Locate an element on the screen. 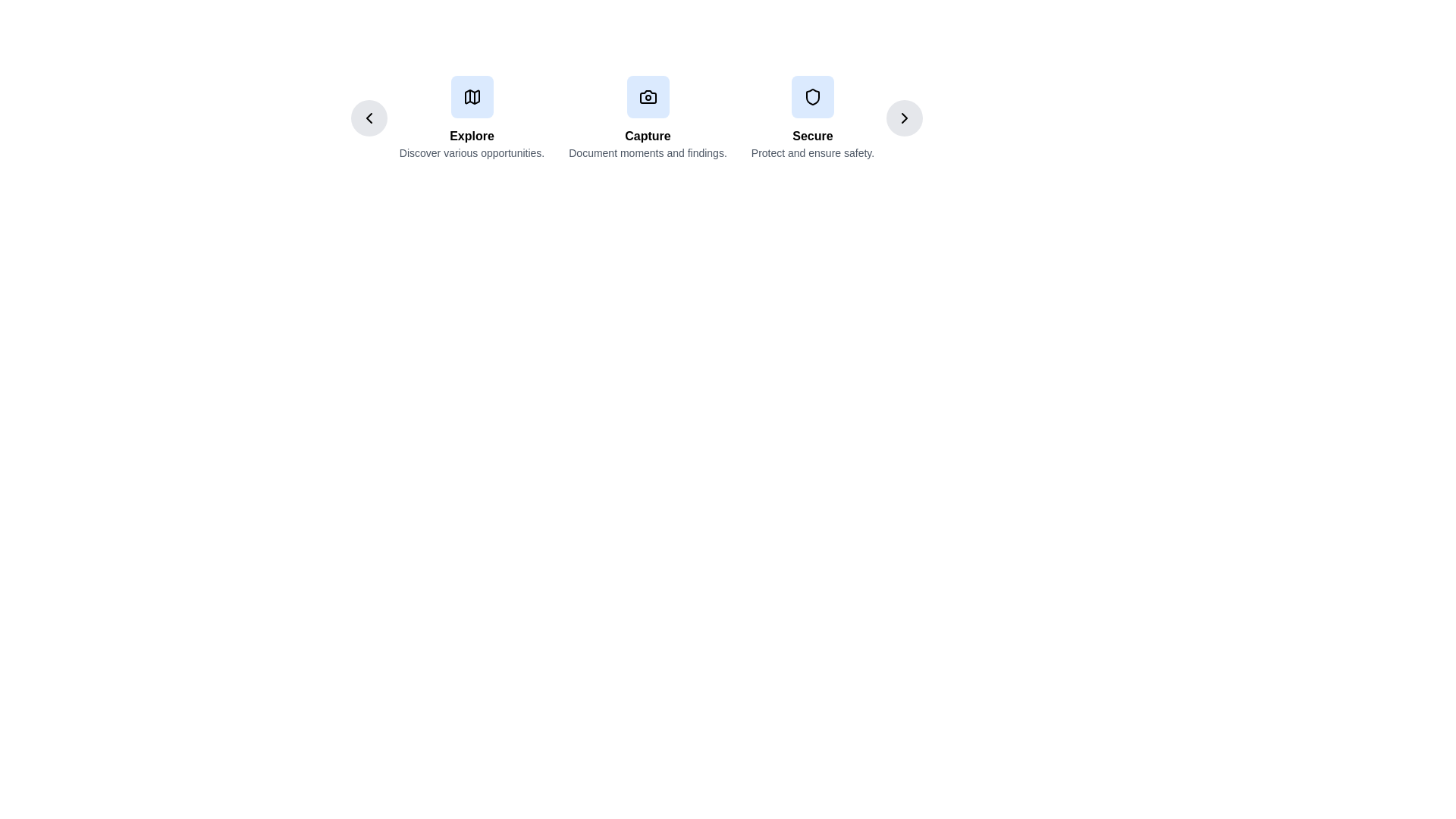 Image resolution: width=1456 pixels, height=819 pixels. the Decorative icon with a shield shape, which is centered within a light blue rounded rectangle in the 'Secure' section of the interface is located at coordinates (811, 96).